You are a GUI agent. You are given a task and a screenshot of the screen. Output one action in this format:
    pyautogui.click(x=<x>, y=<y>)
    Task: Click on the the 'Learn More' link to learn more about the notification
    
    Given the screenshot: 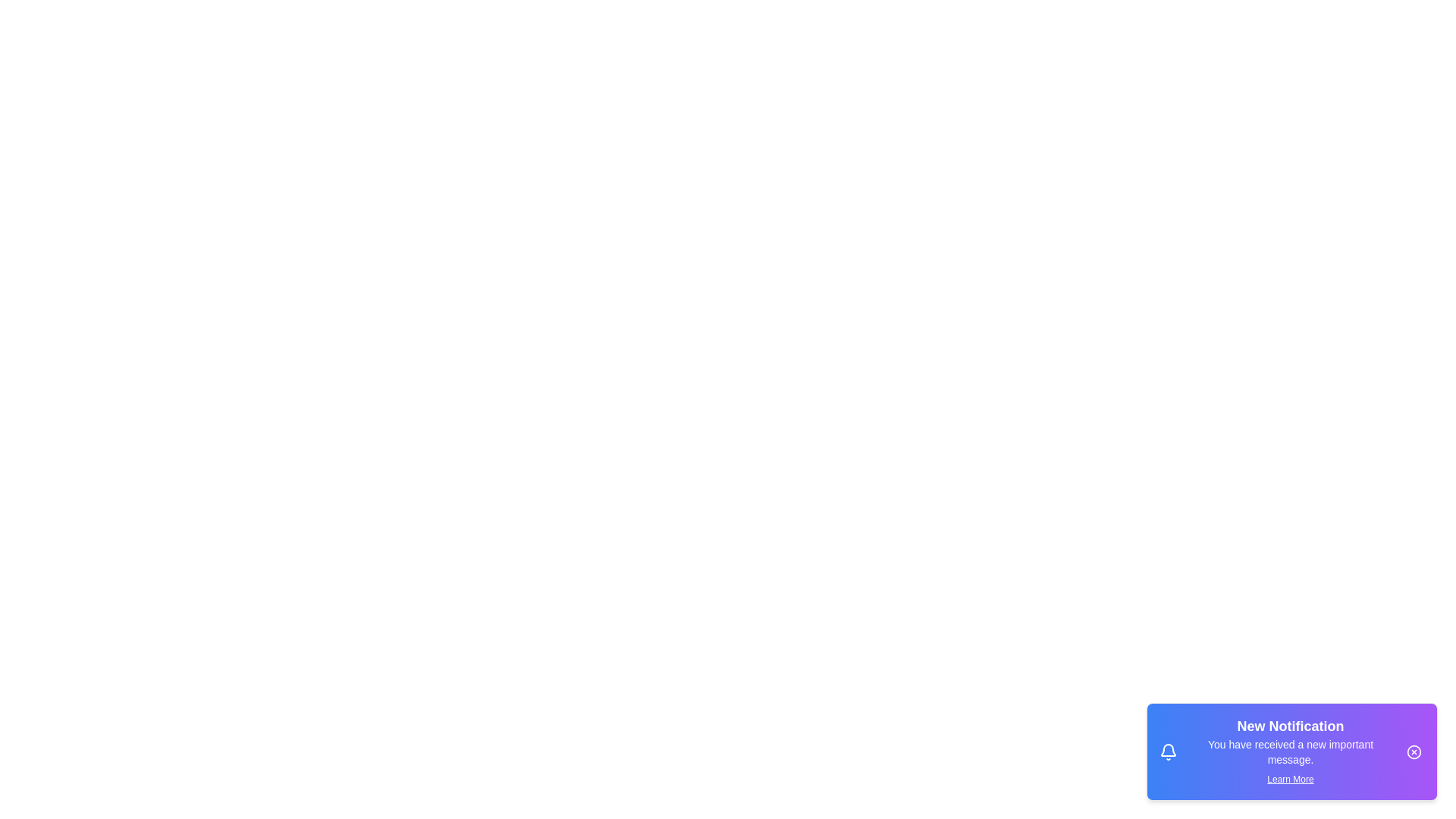 What is the action you would take?
    pyautogui.click(x=1290, y=780)
    